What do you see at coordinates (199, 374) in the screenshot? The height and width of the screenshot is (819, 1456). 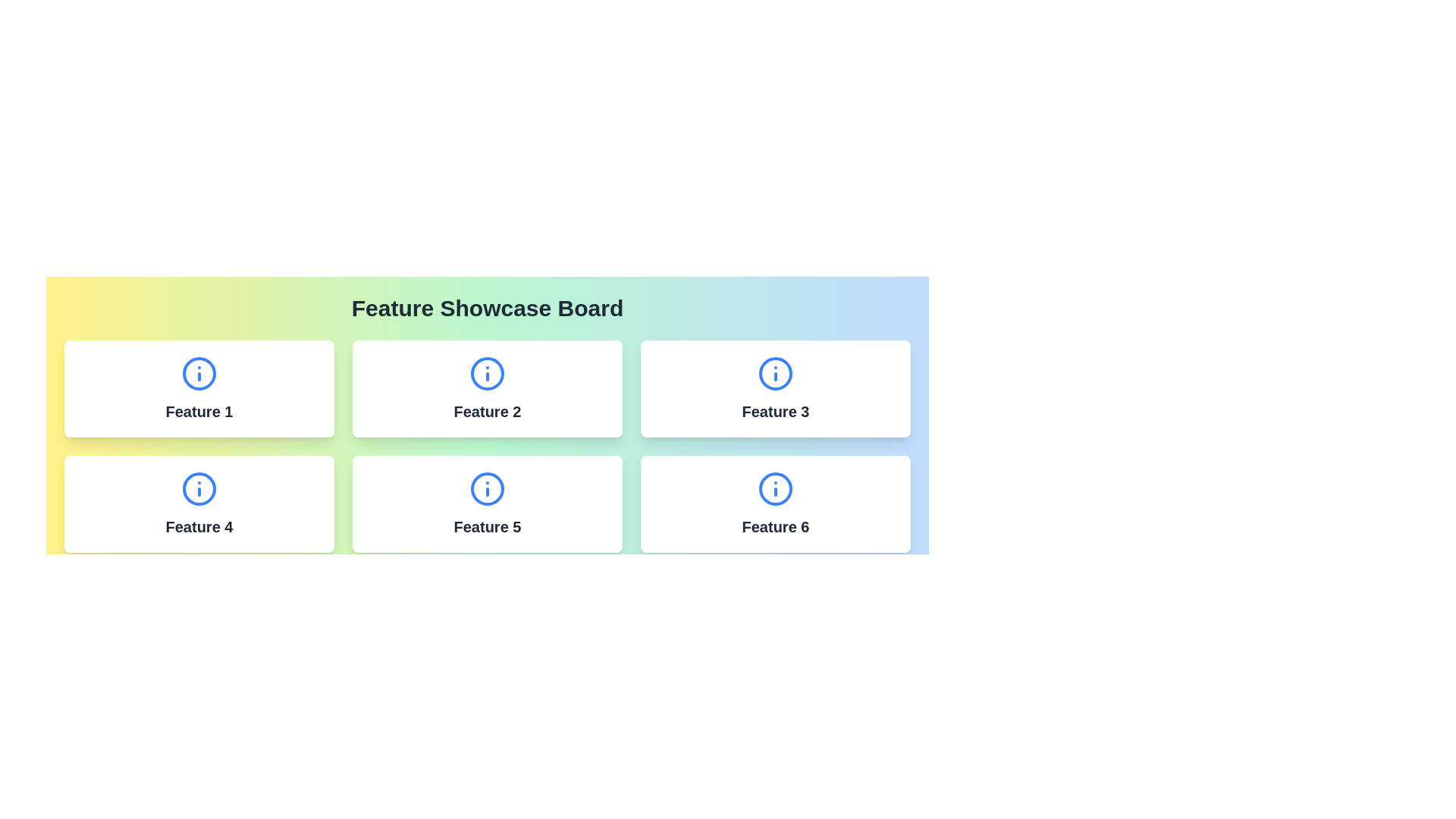 I see `the information icon located in the top-left card of the feature cards grid` at bounding box center [199, 374].